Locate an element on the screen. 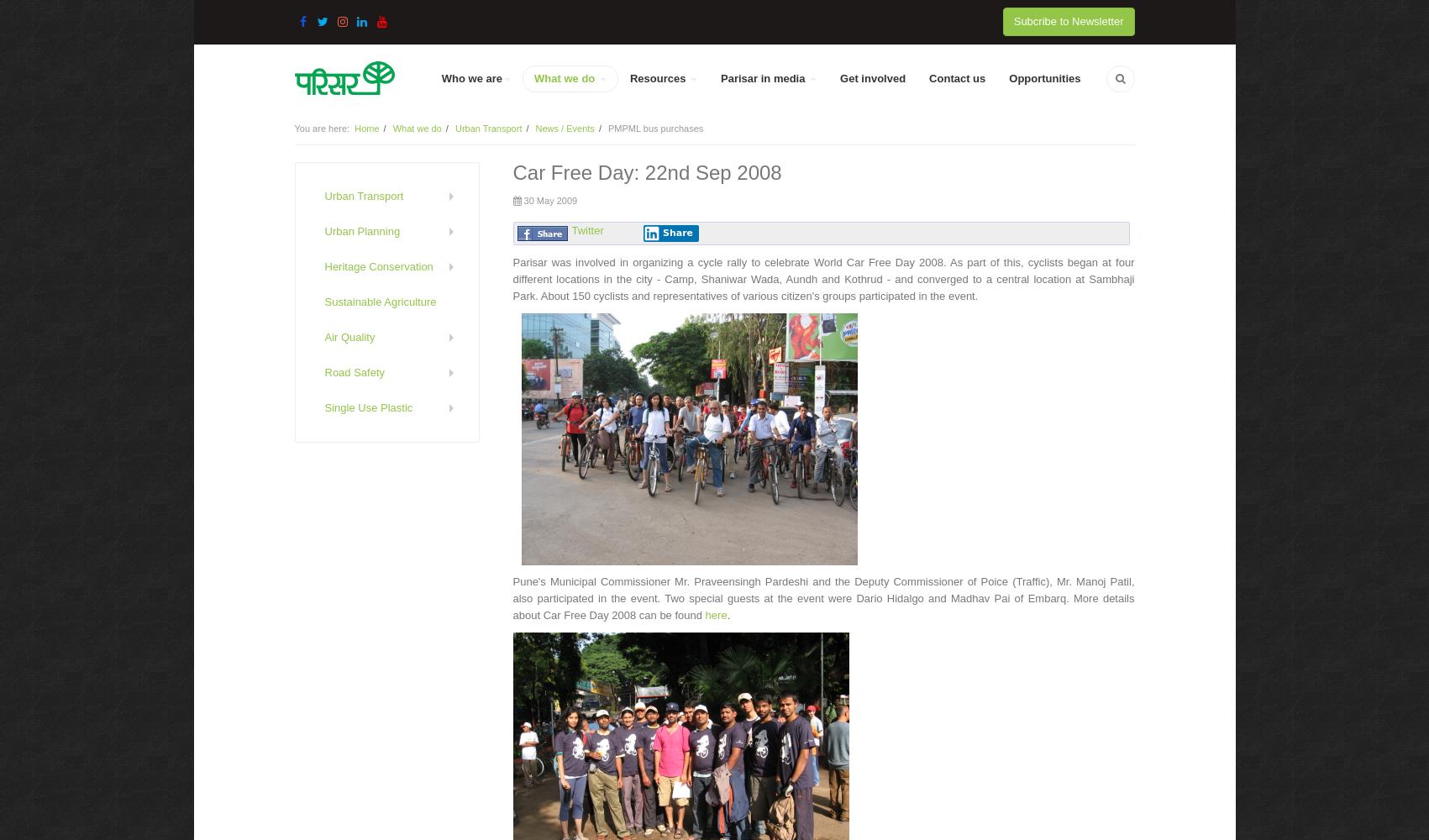 This screenshot has height=840, width=1429. 'Home' is located at coordinates (365, 129).